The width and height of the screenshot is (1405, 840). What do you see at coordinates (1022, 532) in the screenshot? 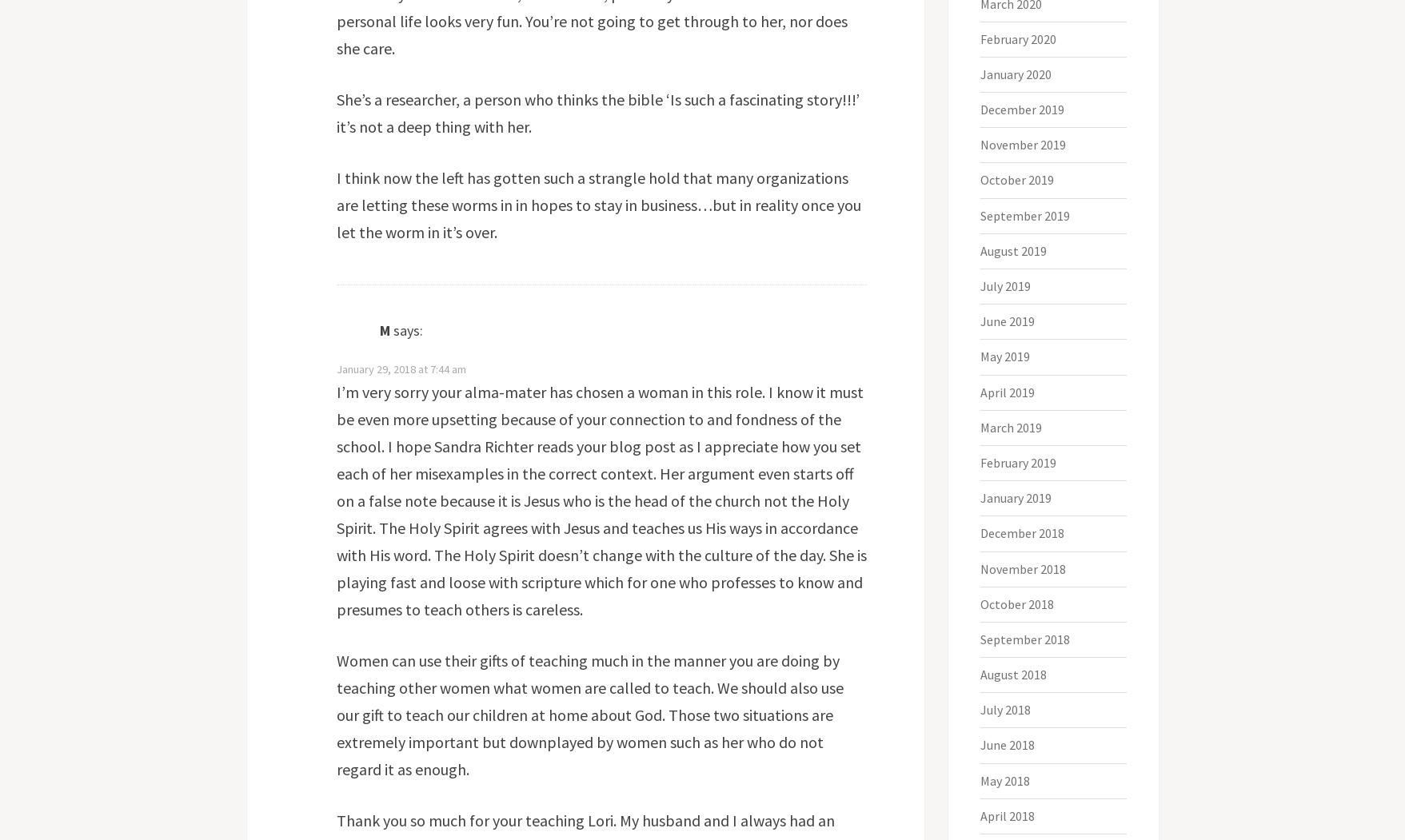
I see `'December 2018'` at bounding box center [1022, 532].